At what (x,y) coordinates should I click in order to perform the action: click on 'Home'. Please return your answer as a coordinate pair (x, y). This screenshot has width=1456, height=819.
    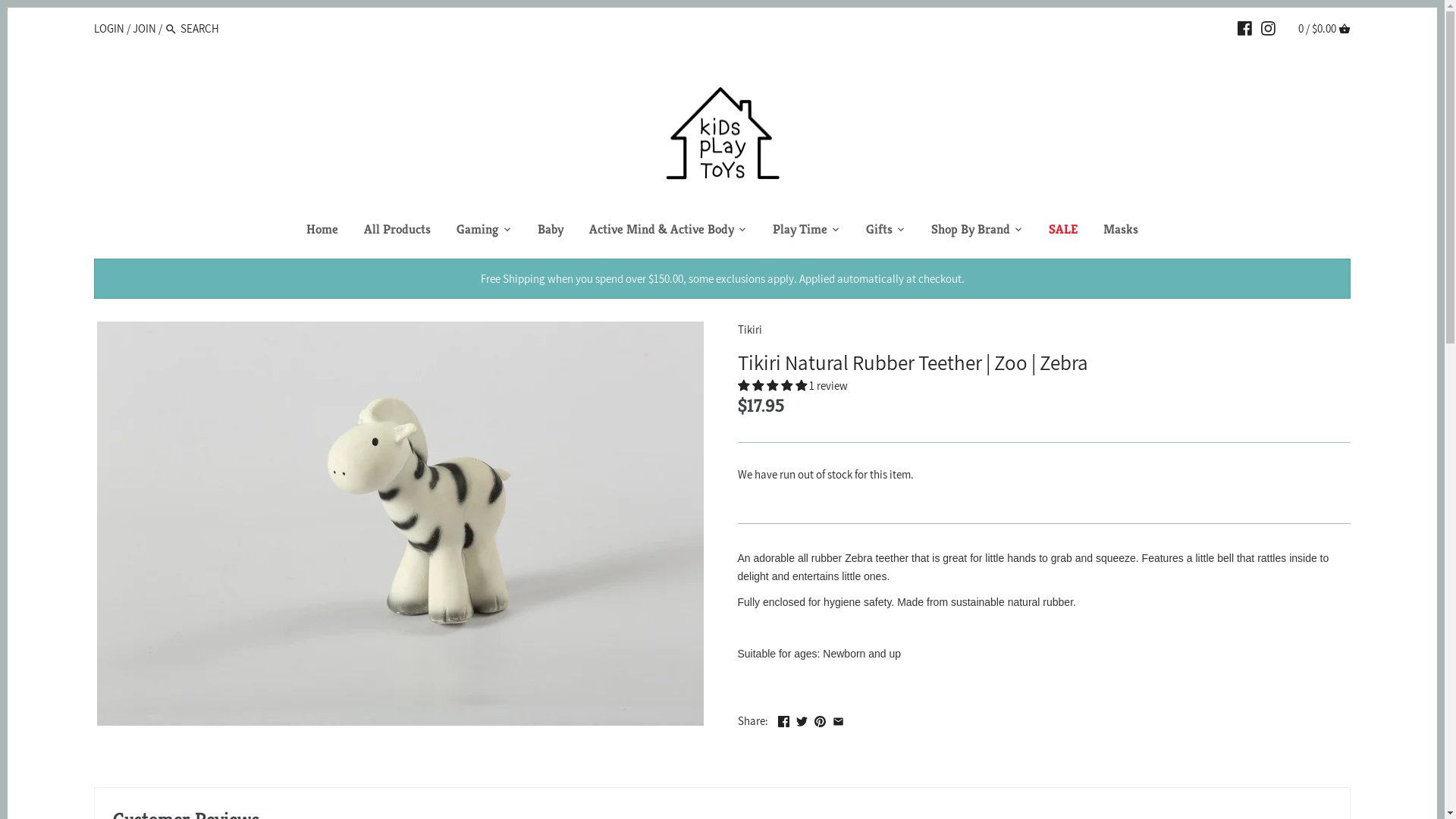
    Looking at the image, I should click on (293, 231).